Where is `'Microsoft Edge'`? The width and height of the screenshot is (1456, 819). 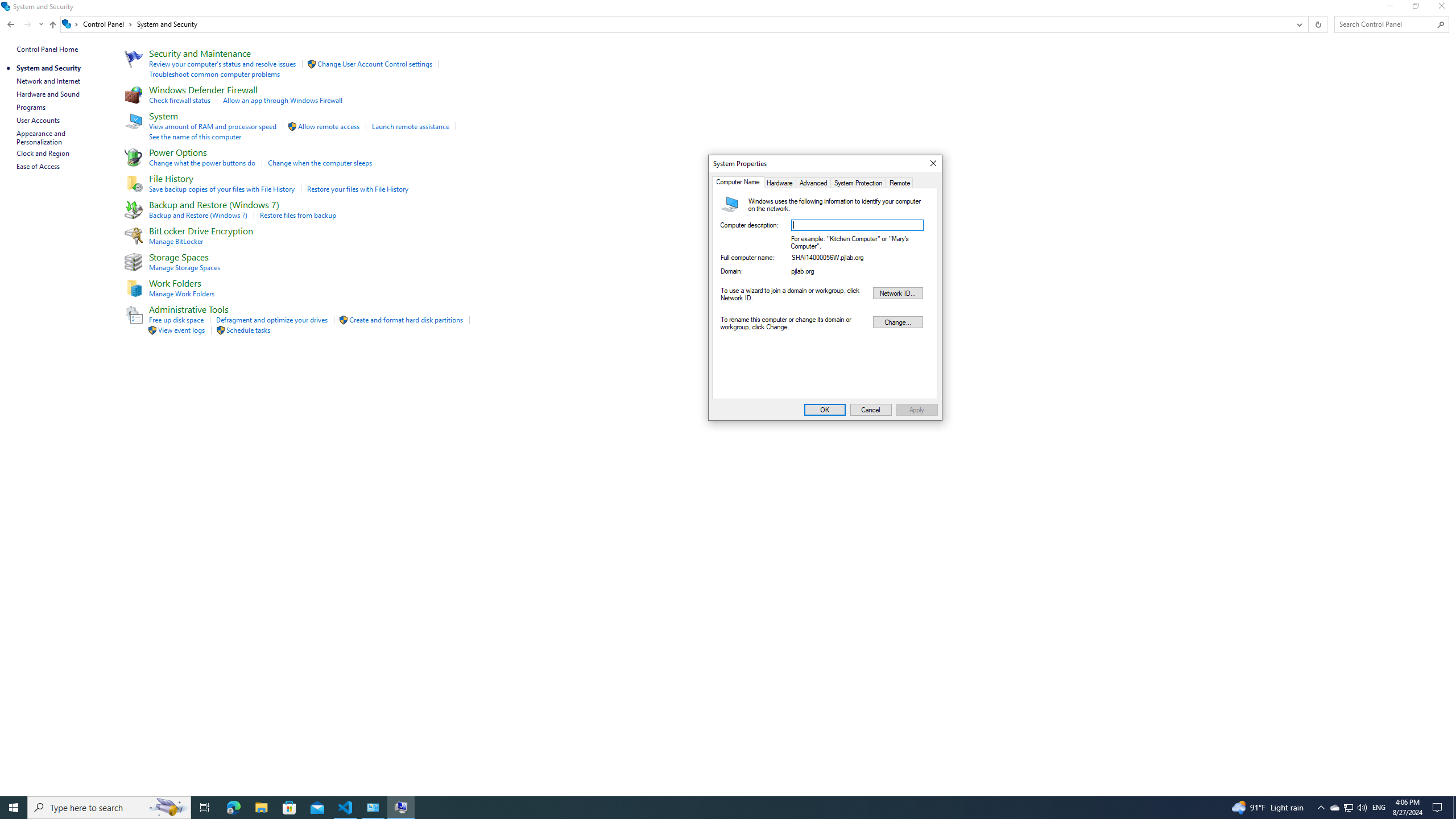
'Microsoft Edge' is located at coordinates (233, 806).